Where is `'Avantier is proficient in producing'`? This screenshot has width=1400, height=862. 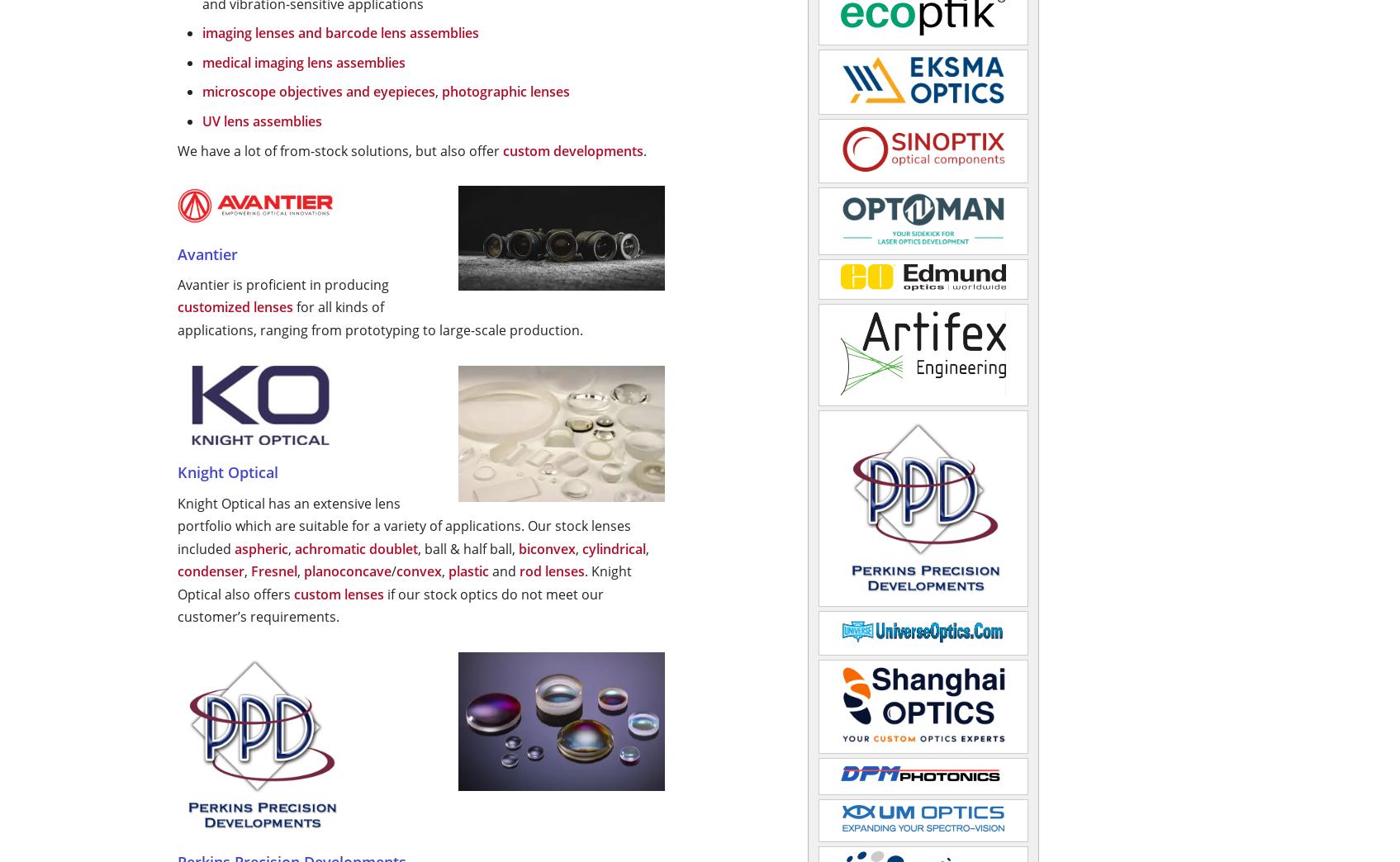
'Avantier is proficient in producing' is located at coordinates (176, 283).